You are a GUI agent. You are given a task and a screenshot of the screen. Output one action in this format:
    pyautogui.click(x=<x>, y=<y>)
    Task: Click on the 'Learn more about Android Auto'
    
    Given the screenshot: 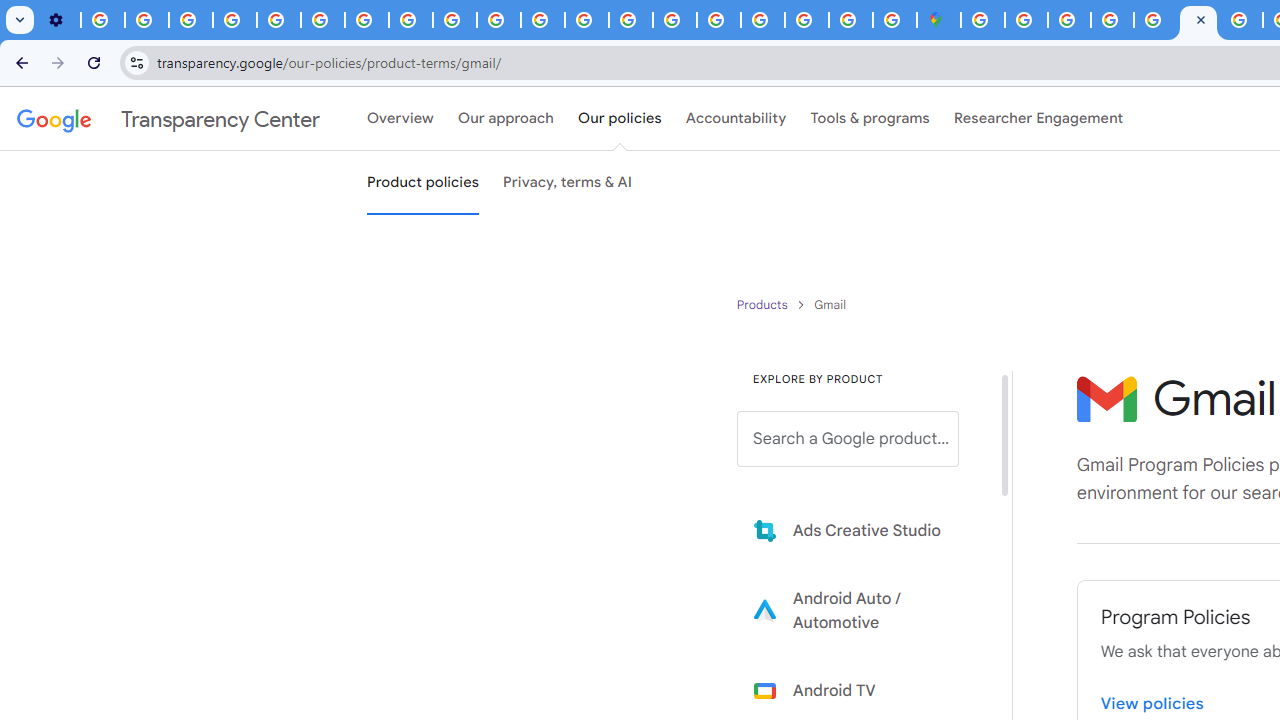 What is the action you would take?
    pyautogui.click(x=862, y=609)
    